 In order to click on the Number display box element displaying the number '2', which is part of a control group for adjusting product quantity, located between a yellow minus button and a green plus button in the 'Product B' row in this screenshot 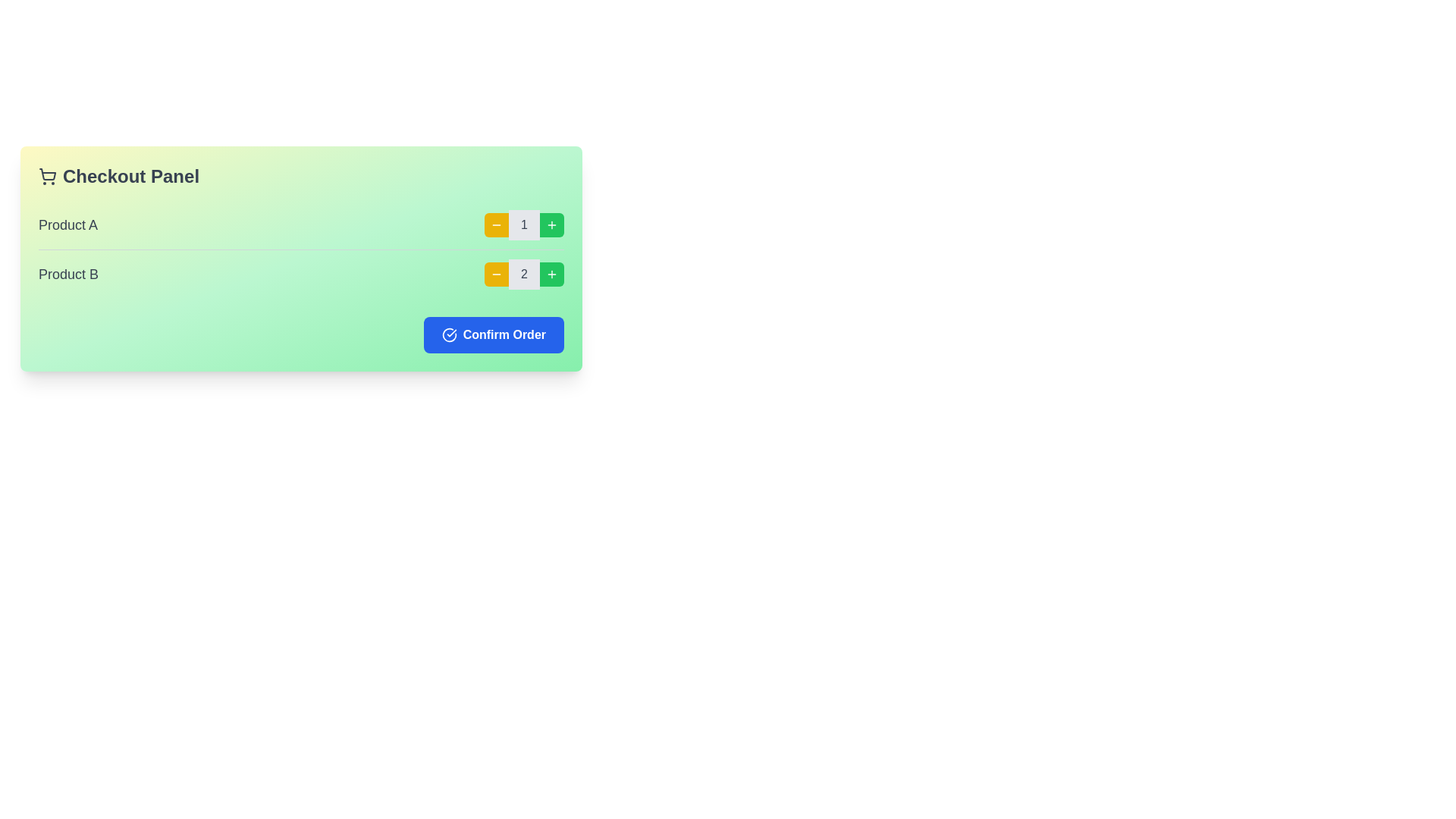, I will do `click(524, 275)`.